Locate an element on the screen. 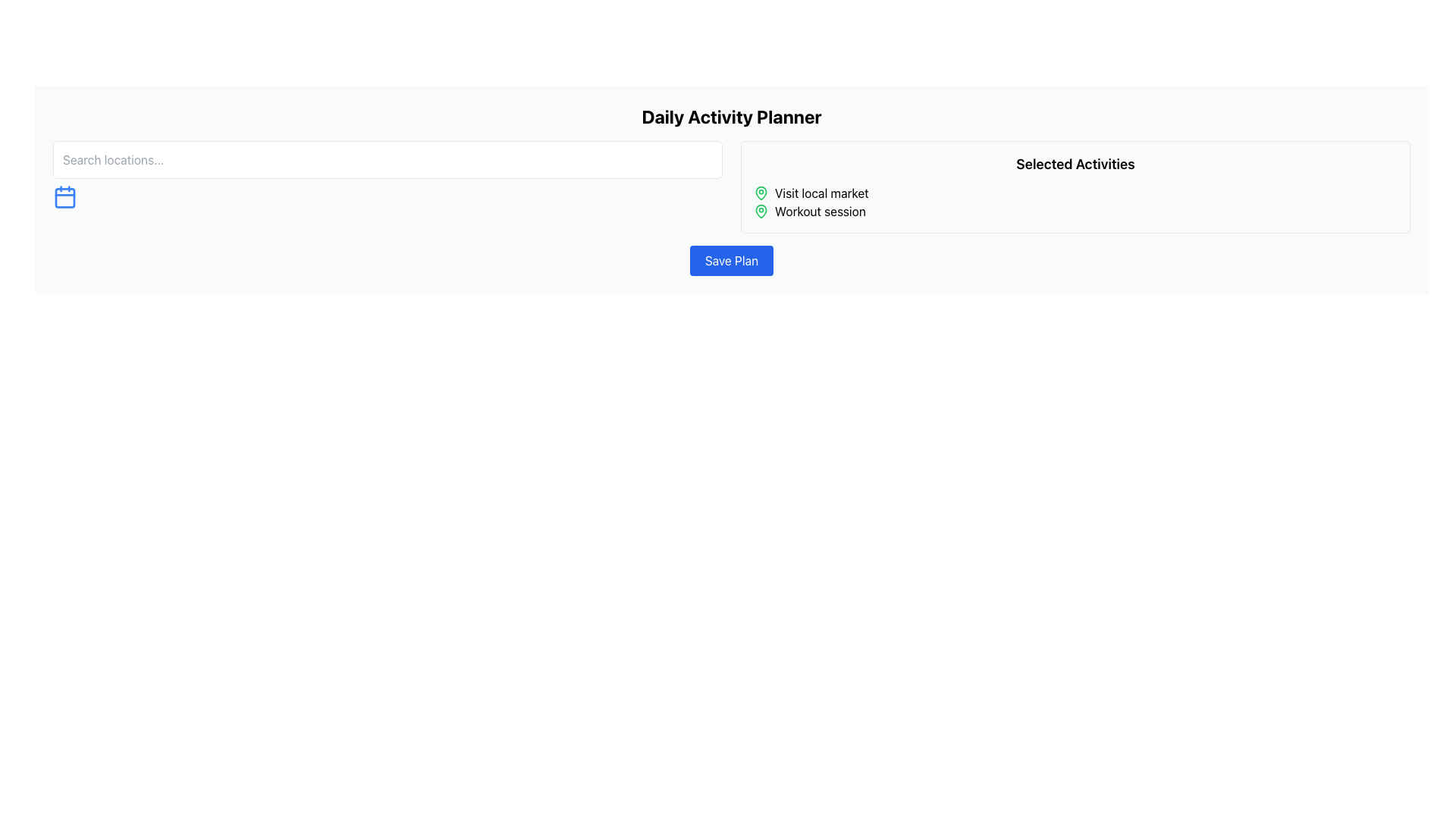 This screenshot has height=819, width=1456. the blue calendar icon button located below the 'Search locations...' input bar is located at coordinates (64, 196).